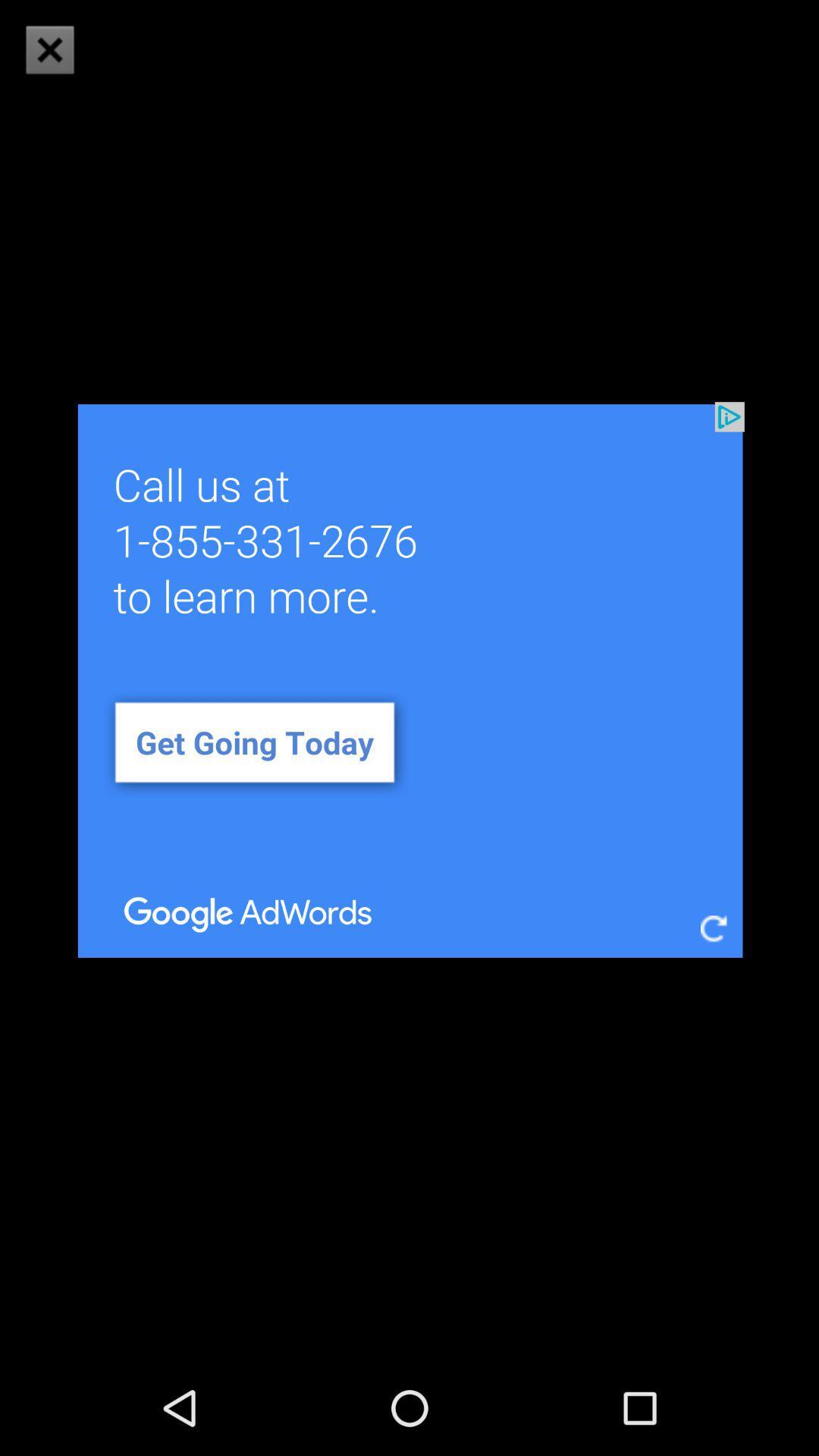 This screenshot has width=819, height=1456. What do you see at coordinates (69, 74) in the screenshot?
I see `the close icon` at bounding box center [69, 74].